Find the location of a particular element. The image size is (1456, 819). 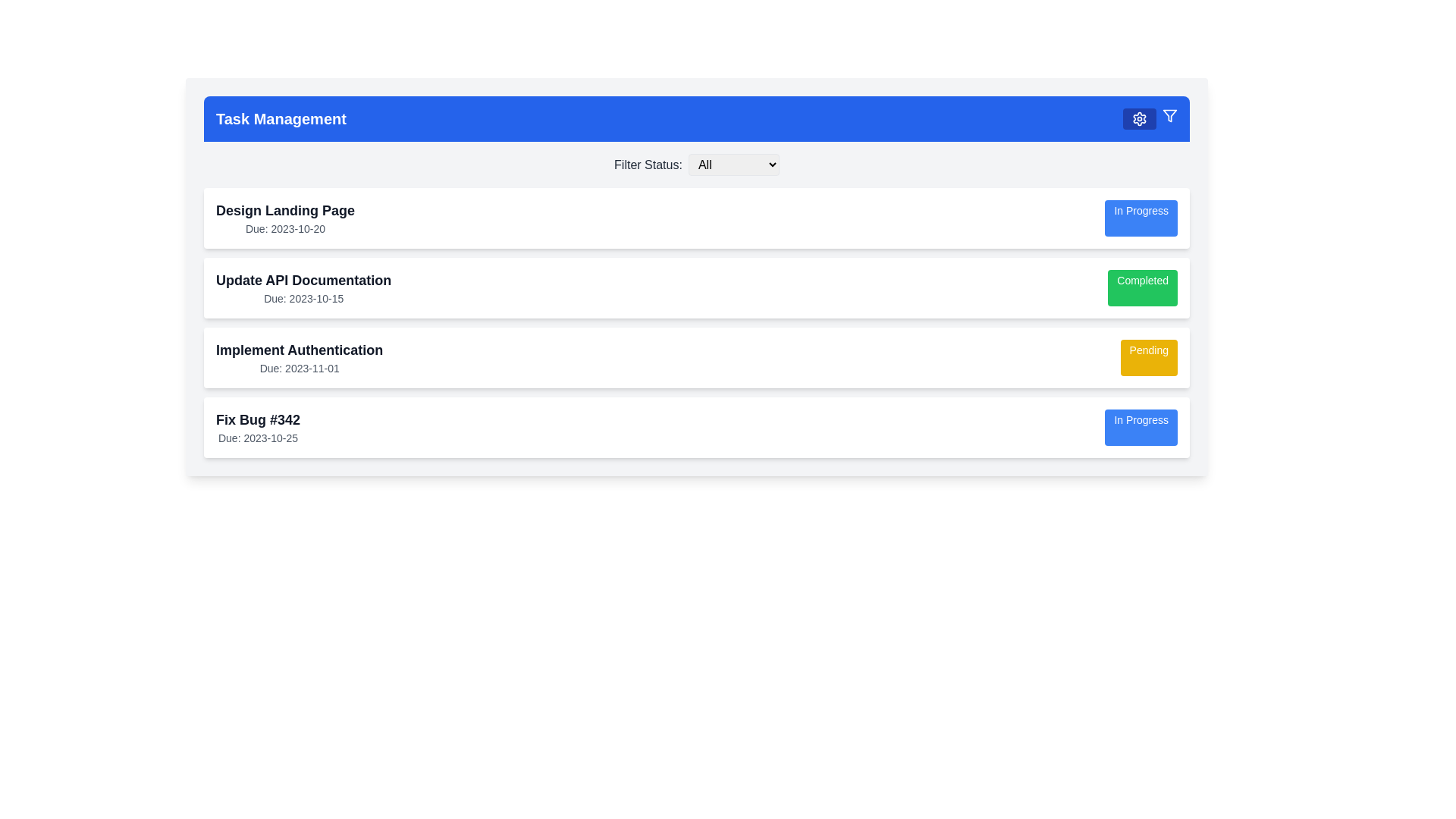

the cog-like settings icon located in the top-right corner of the interface is located at coordinates (1139, 118).